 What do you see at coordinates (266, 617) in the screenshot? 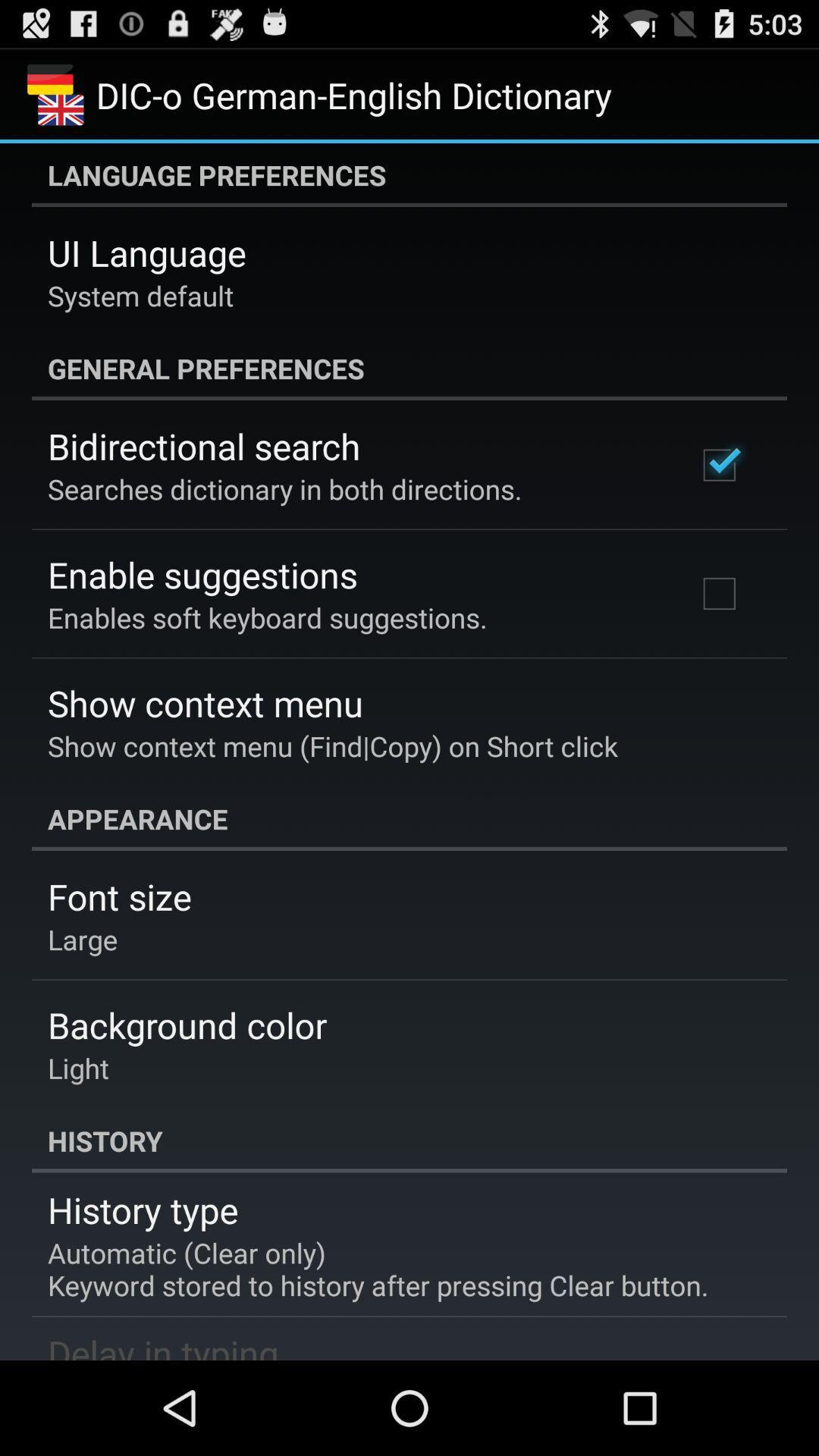
I see `enables soft keyboard item` at bounding box center [266, 617].